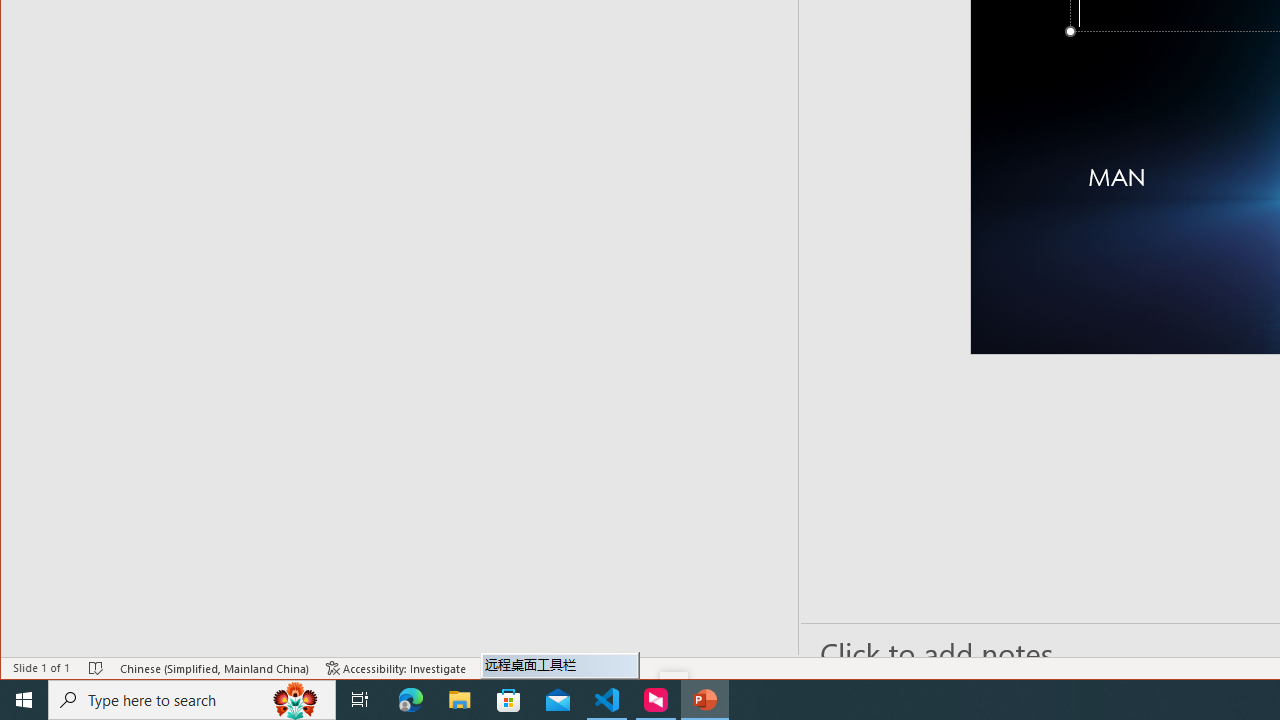 The image size is (1280, 720). What do you see at coordinates (24, 698) in the screenshot?
I see `'Start'` at bounding box center [24, 698].